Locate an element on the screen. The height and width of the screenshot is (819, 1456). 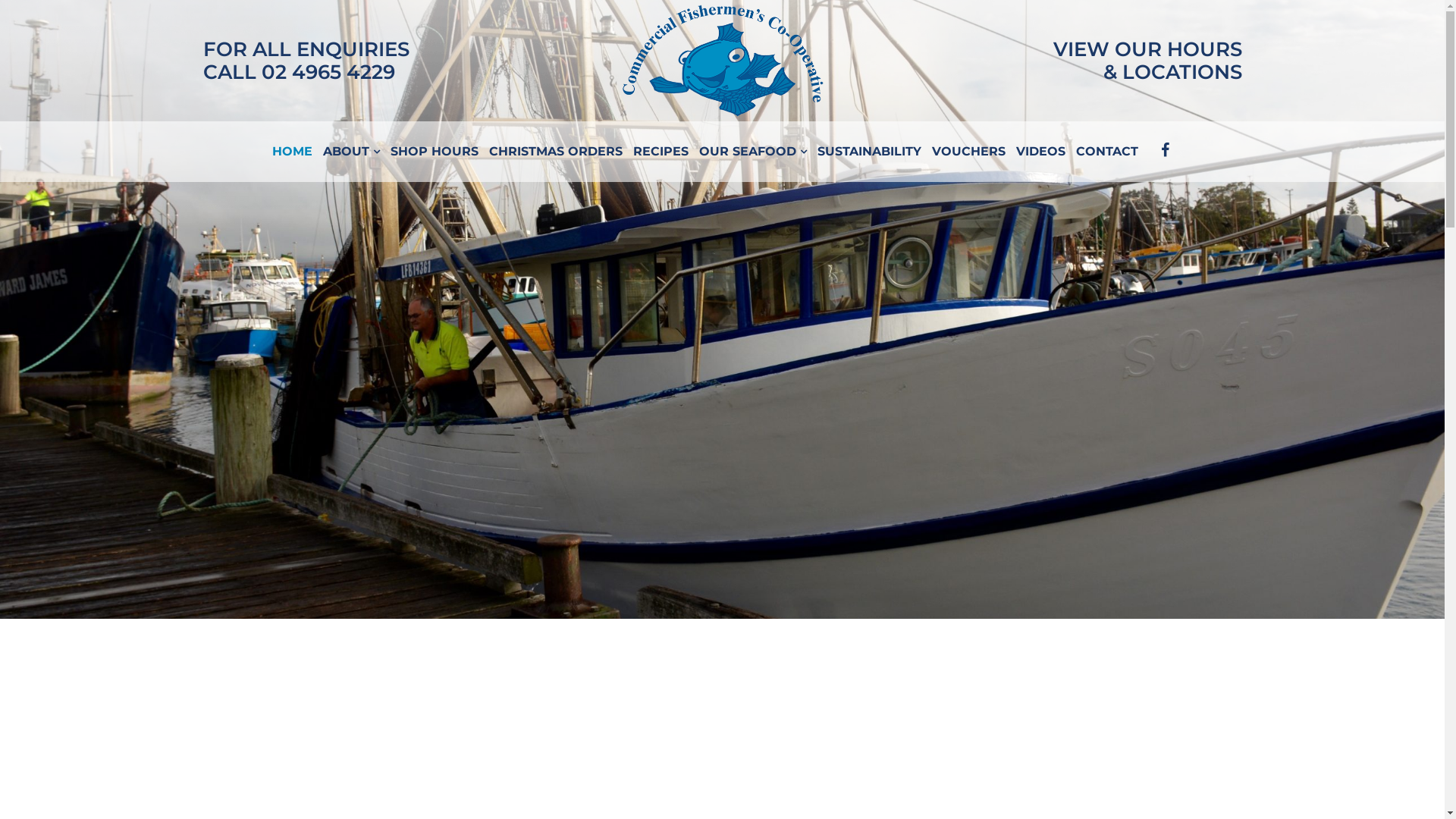
'VIDEOS' is located at coordinates (1040, 152).